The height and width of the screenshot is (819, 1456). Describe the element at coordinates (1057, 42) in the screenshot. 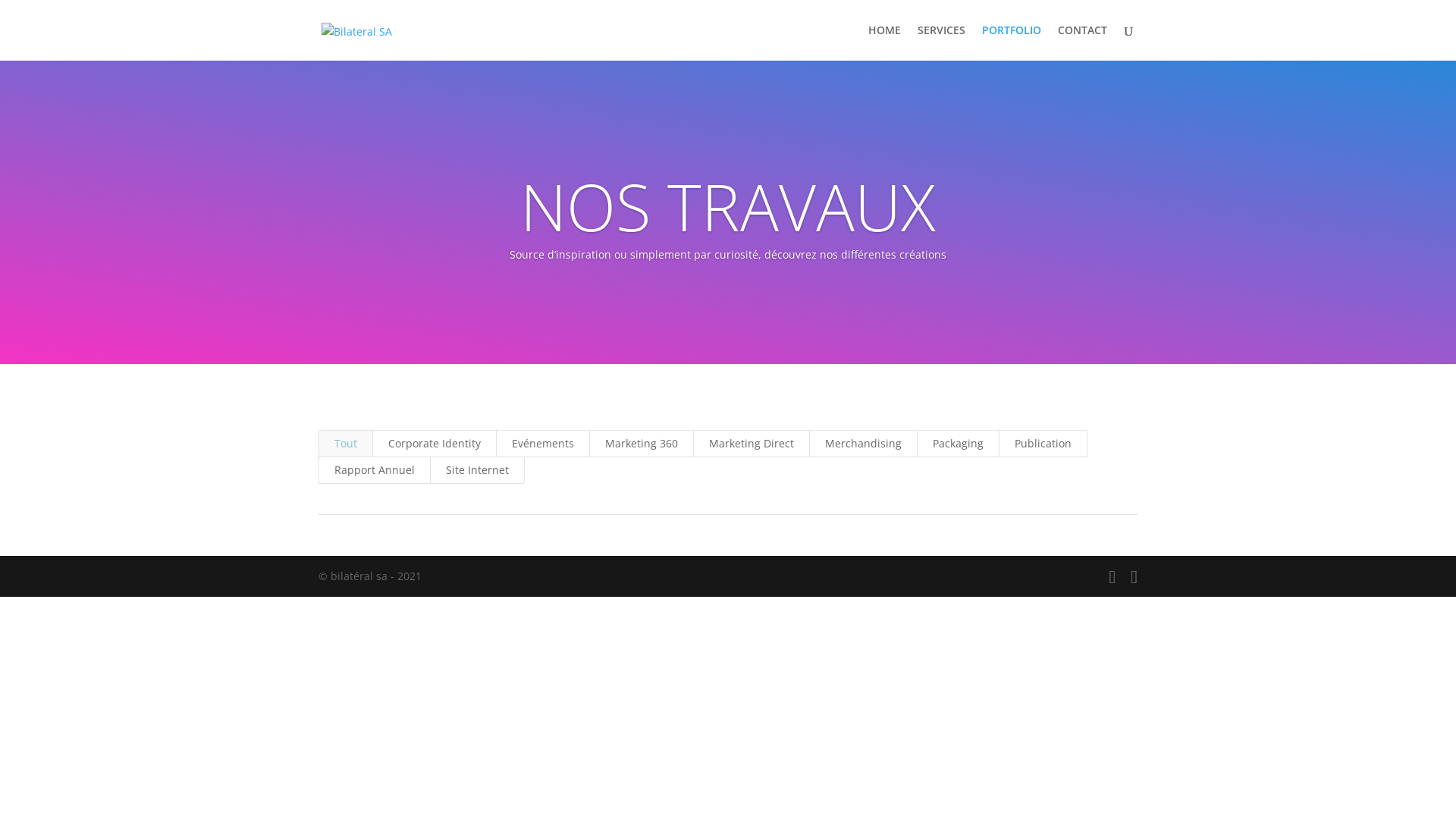

I see `'CONTACT'` at that location.